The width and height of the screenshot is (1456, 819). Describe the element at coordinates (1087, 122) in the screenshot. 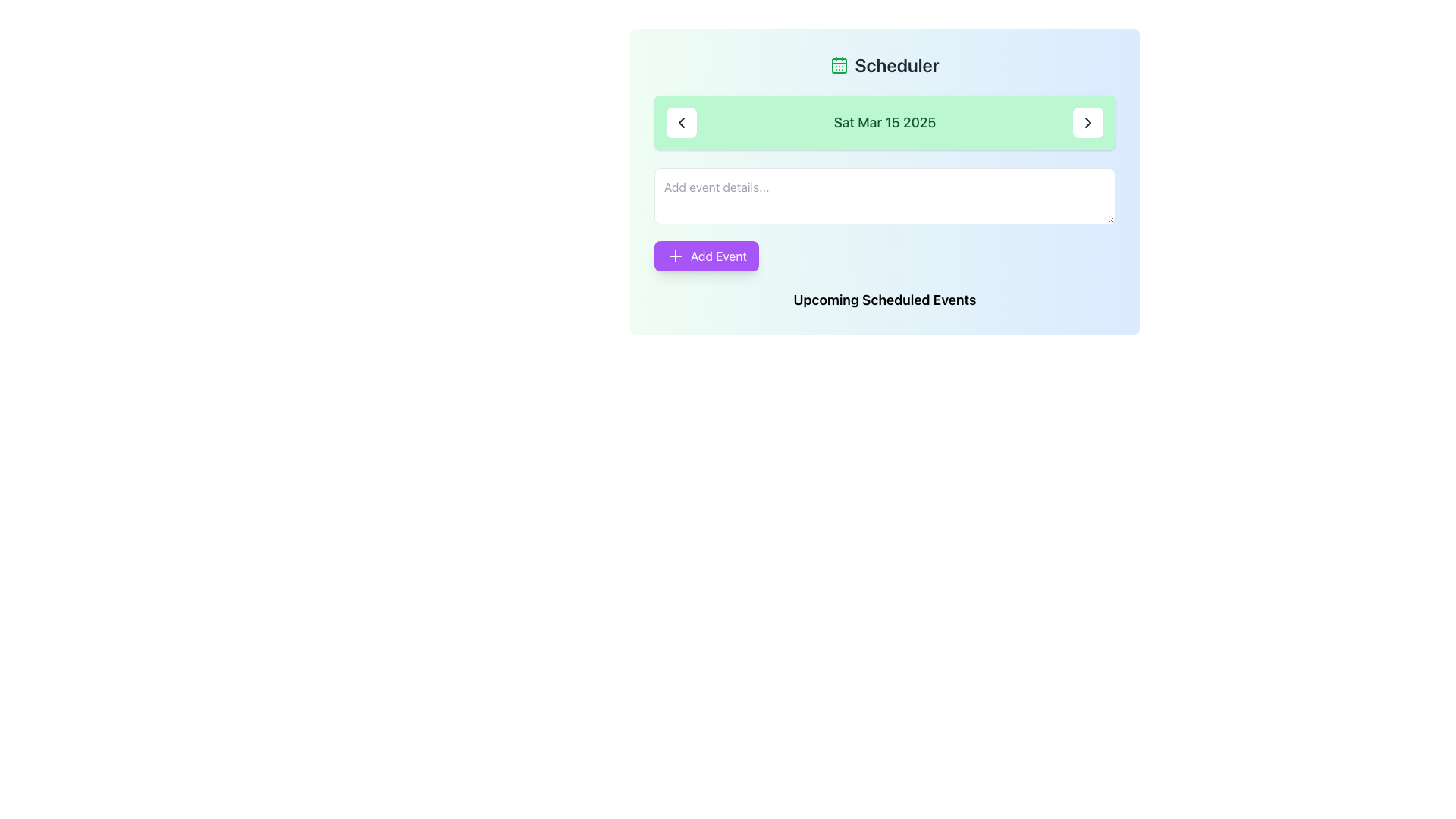

I see `the rightmost rounded rectangular button with a white background and a black chevron pointing to the right, located on the green header bar of the scheduler interface` at that location.